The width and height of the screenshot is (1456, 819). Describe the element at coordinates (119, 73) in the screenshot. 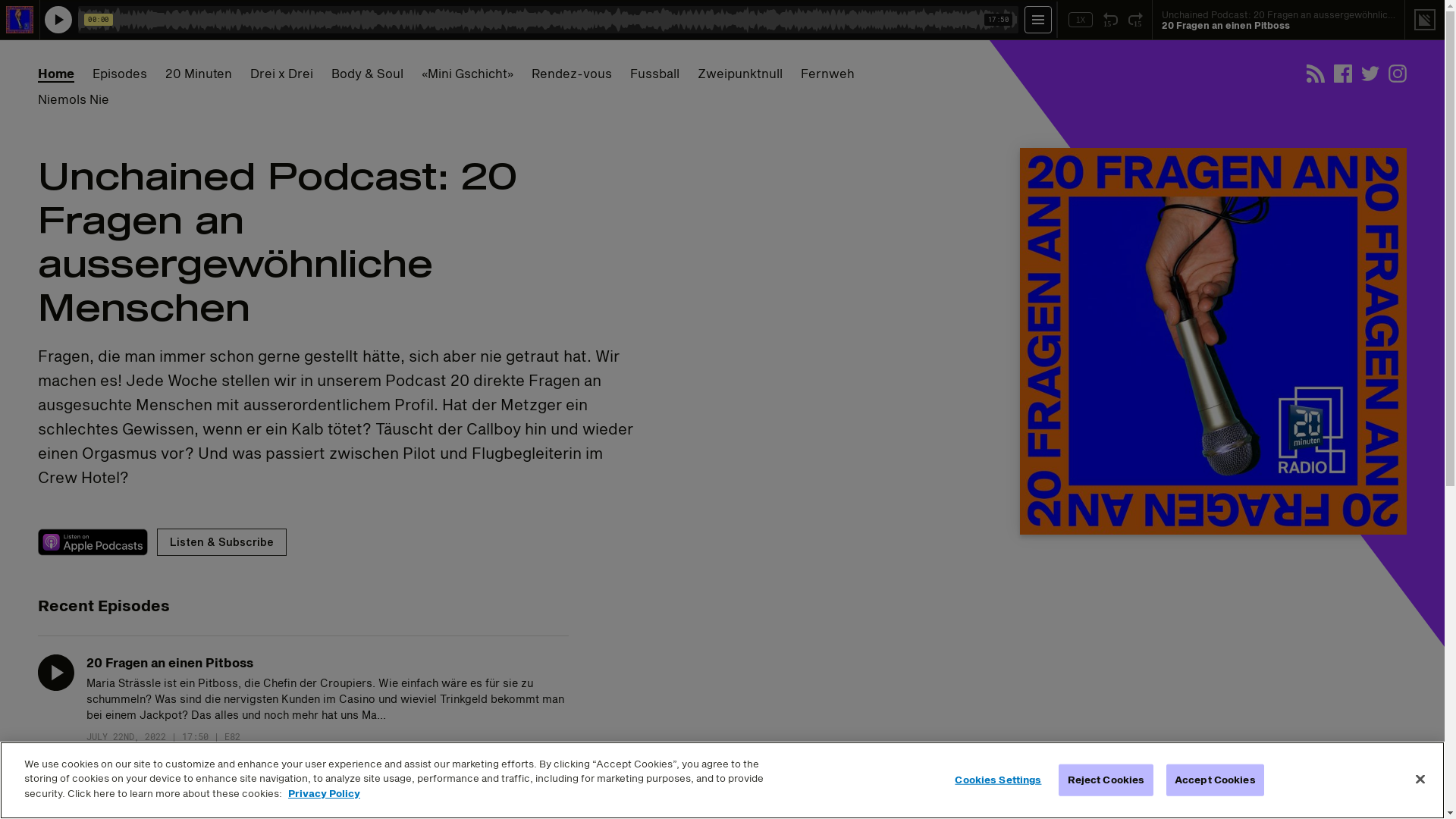

I see `'Episodes'` at that location.